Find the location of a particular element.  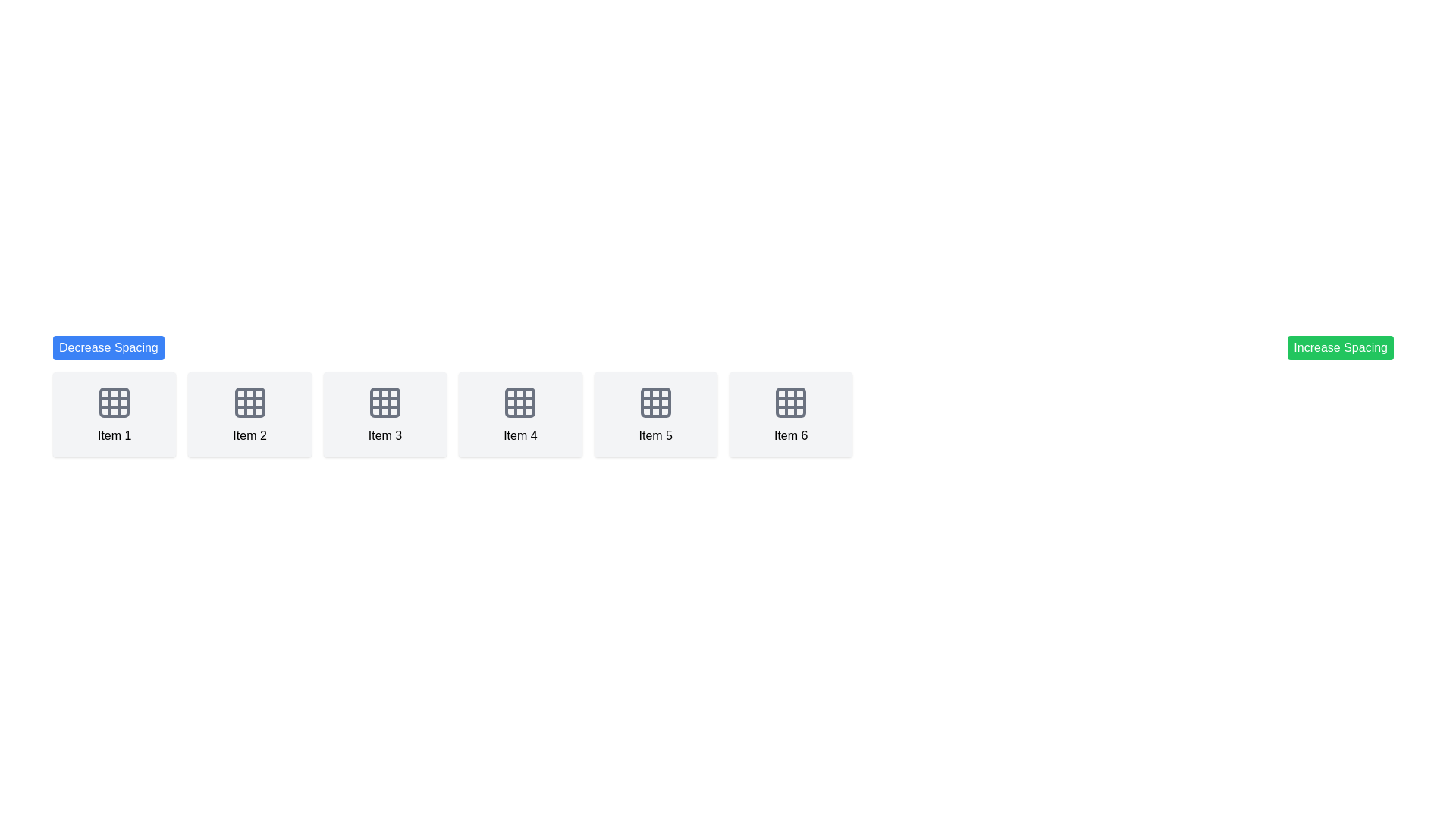

the 'Item 6' card, which is a rounded rectangle with a gray background and a grid icon is located at coordinates (790, 415).